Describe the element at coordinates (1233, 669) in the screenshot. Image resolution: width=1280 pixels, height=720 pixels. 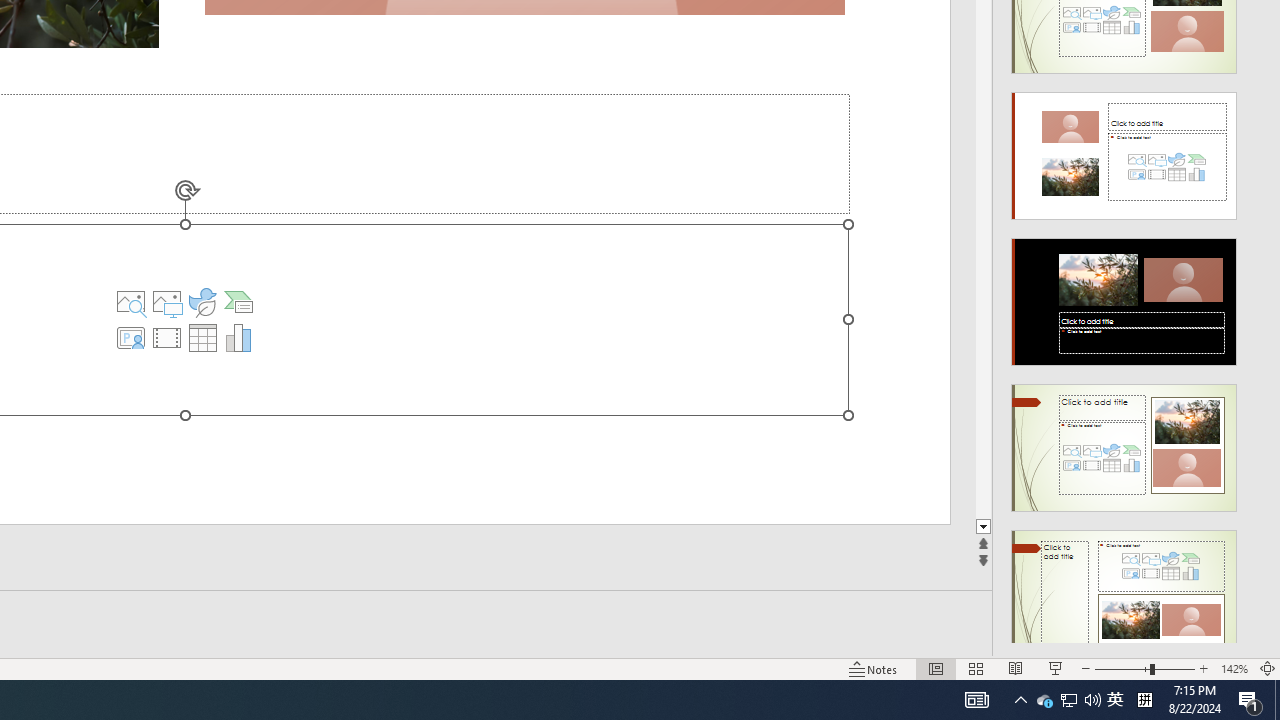
I see `'Zoom 142%'` at that location.